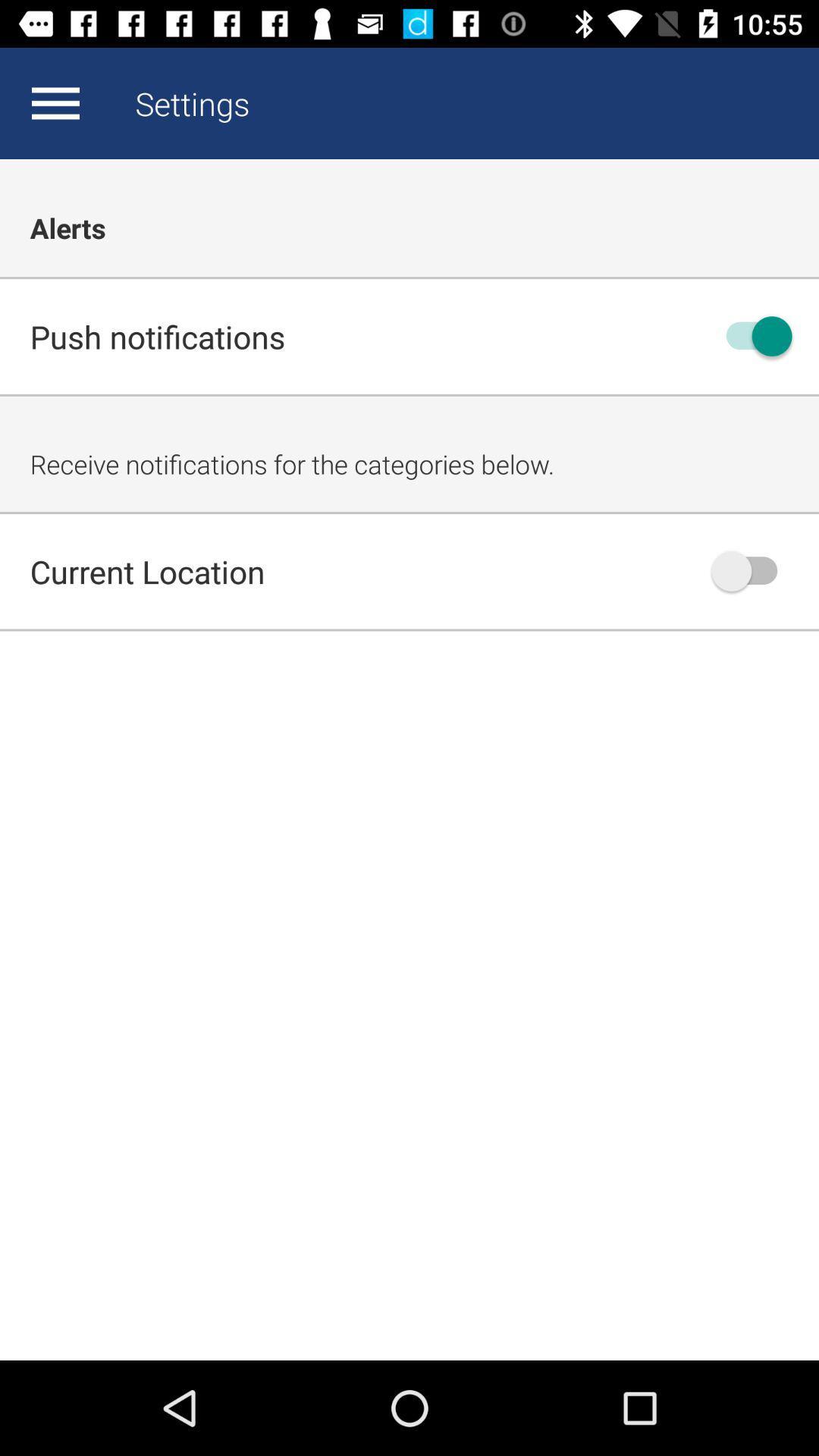  I want to click on settings, so click(55, 102).